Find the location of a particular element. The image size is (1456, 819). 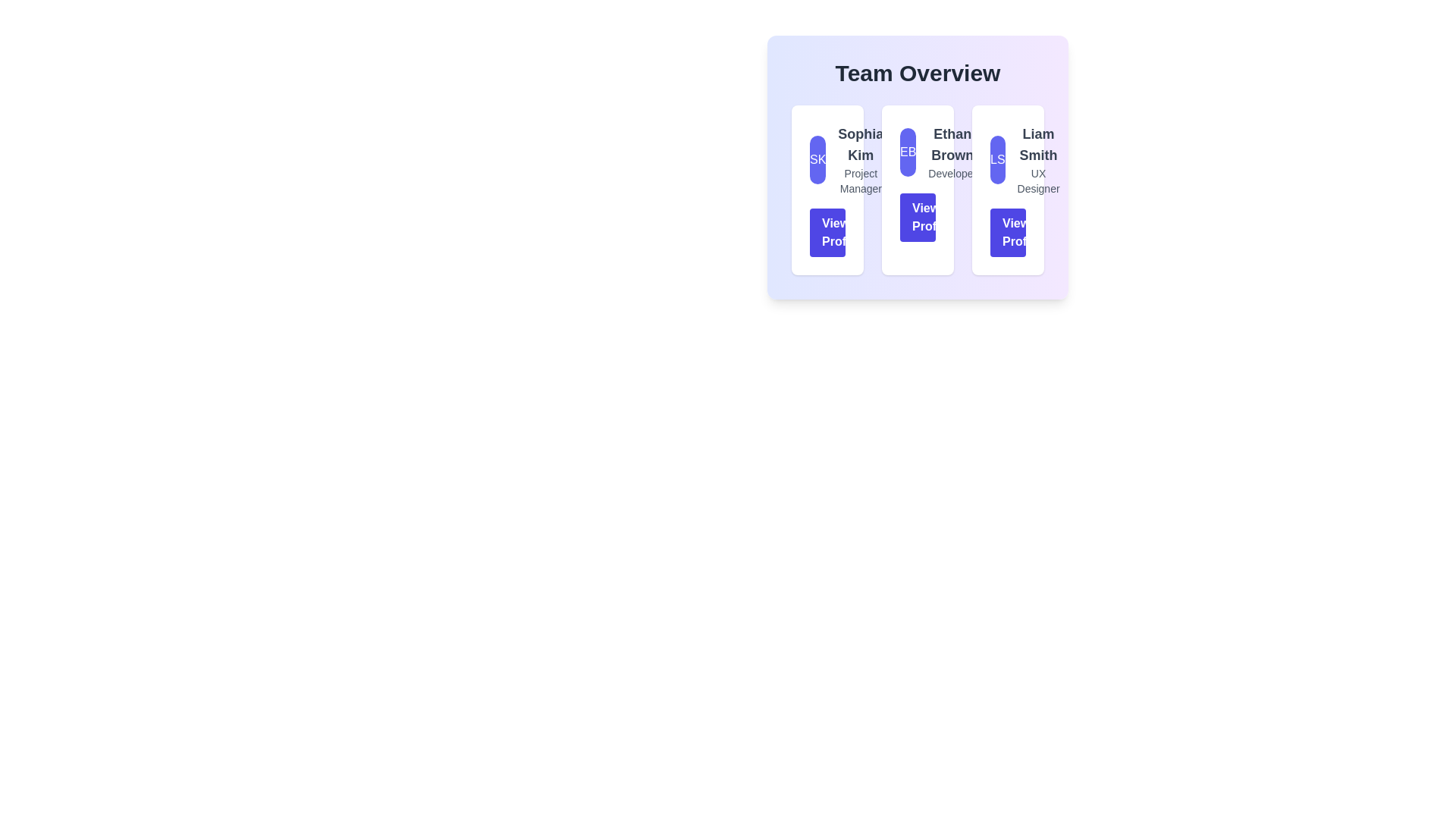

the 'View Profile' button located at the bottom of the Profile Card for Liam Smith, which includes a circular icon with initials 'LS' and the occupation 'UX Designer' is located at coordinates (1008, 189).